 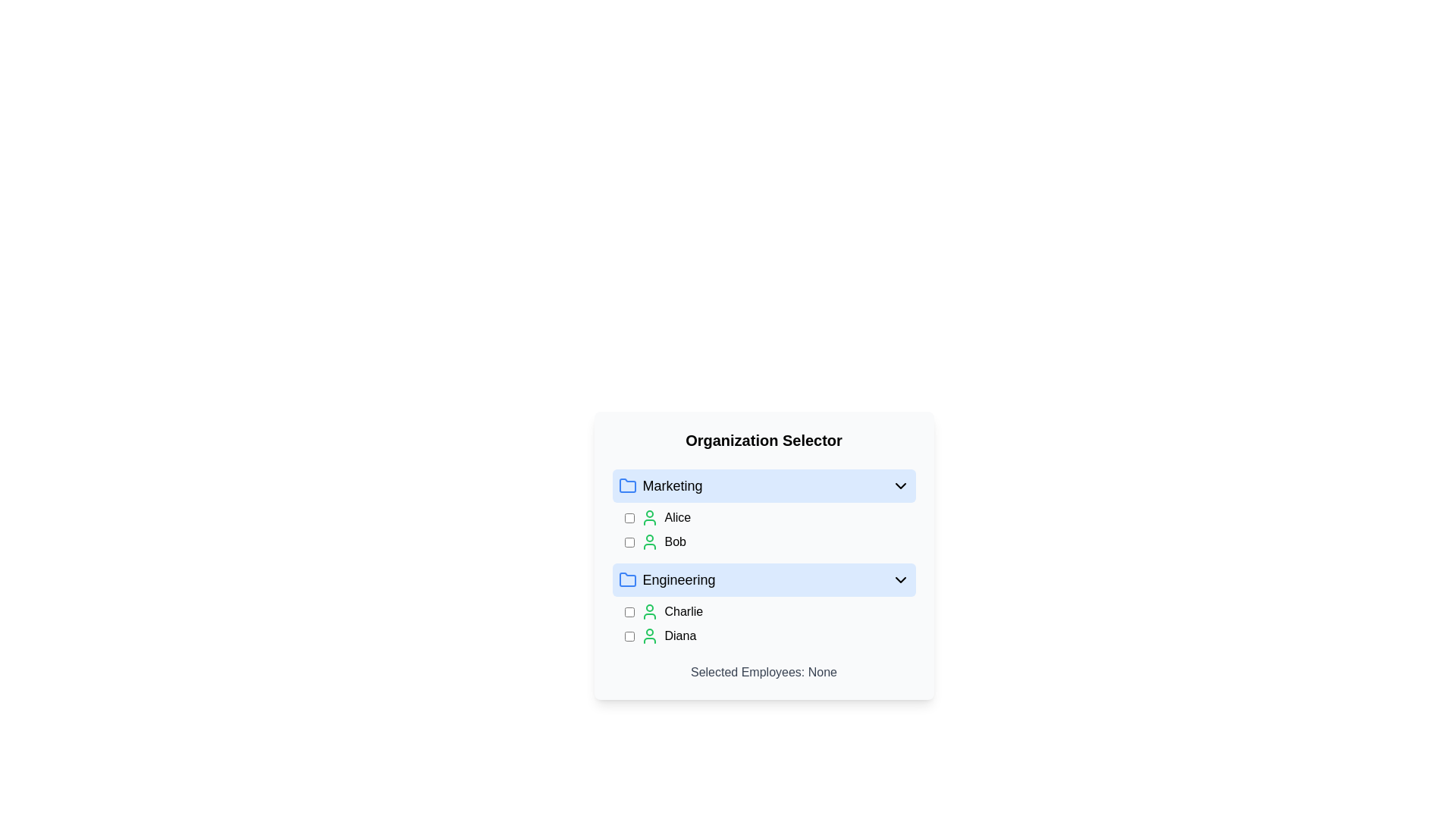 I want to click on the checkbox to the left of the text 'Diana' in the 'Engineering' section to check or uncheck it, so click(x=629, y=636).